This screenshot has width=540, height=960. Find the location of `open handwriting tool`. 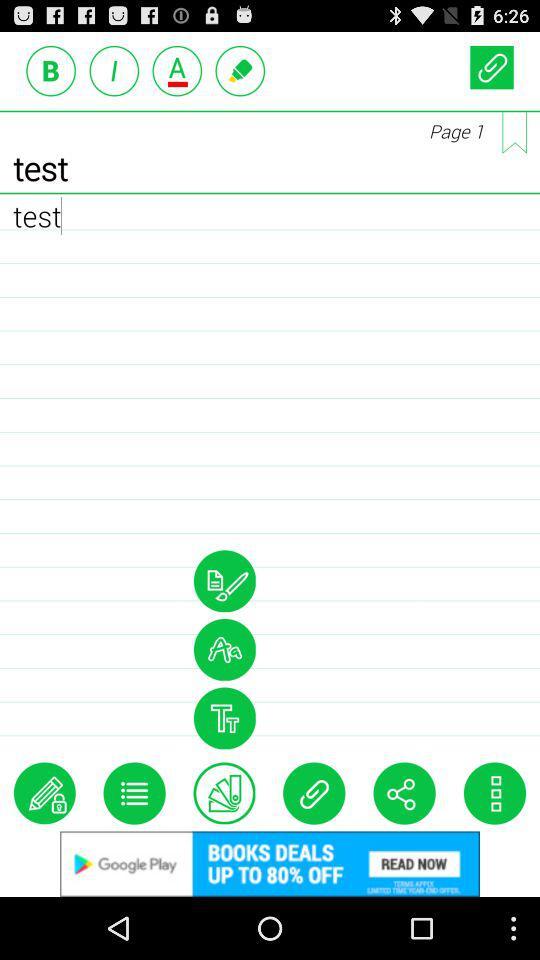

open handwriting tool is located at coordinates (223, 581).